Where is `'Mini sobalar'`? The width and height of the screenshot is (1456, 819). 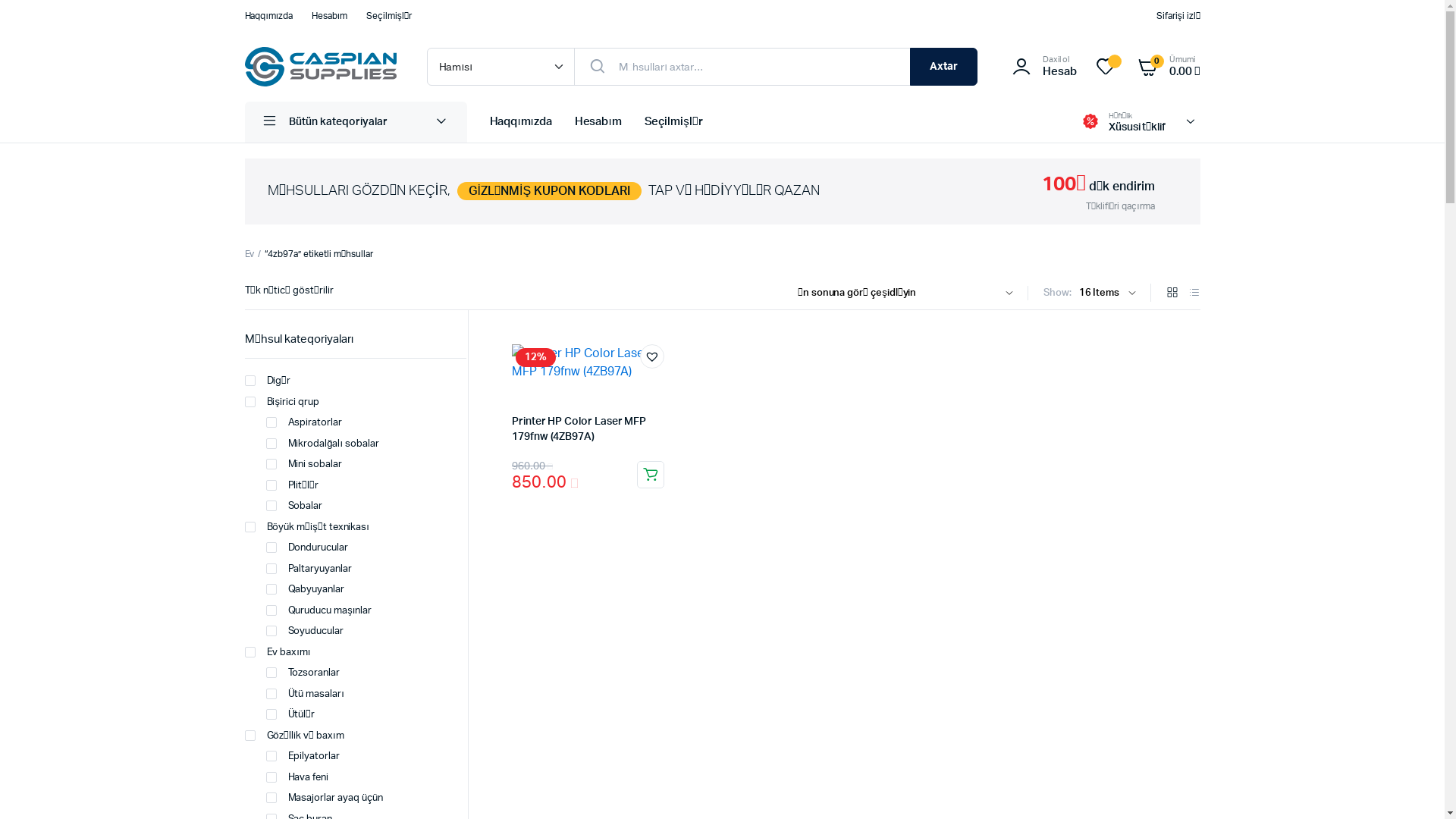 'Mini sobalar' is located at coordinates (303, 464).